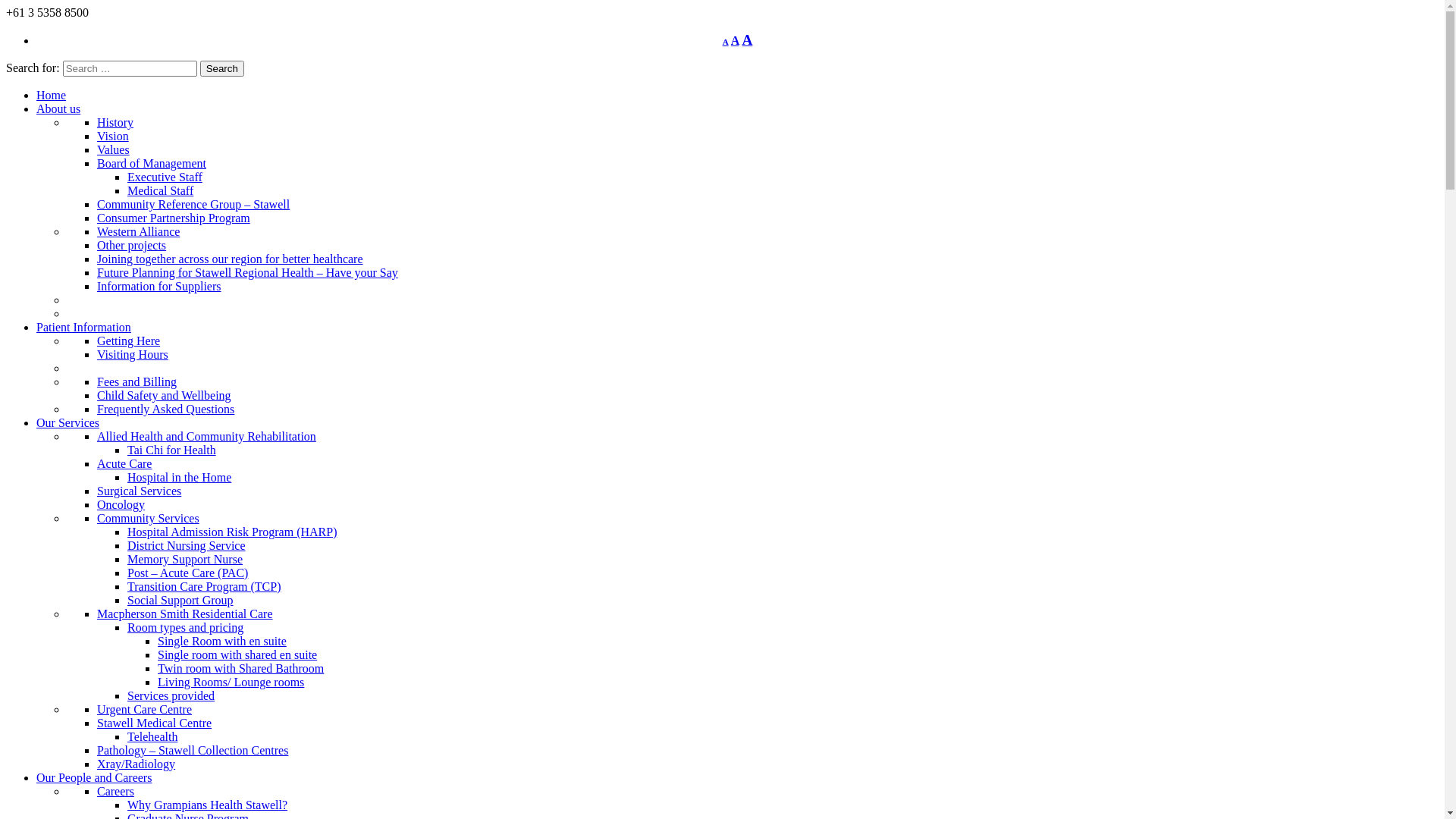 The height and width of the screenshot is (819, 1456). I want to click on 'Western Alliance', so click(96, 231).